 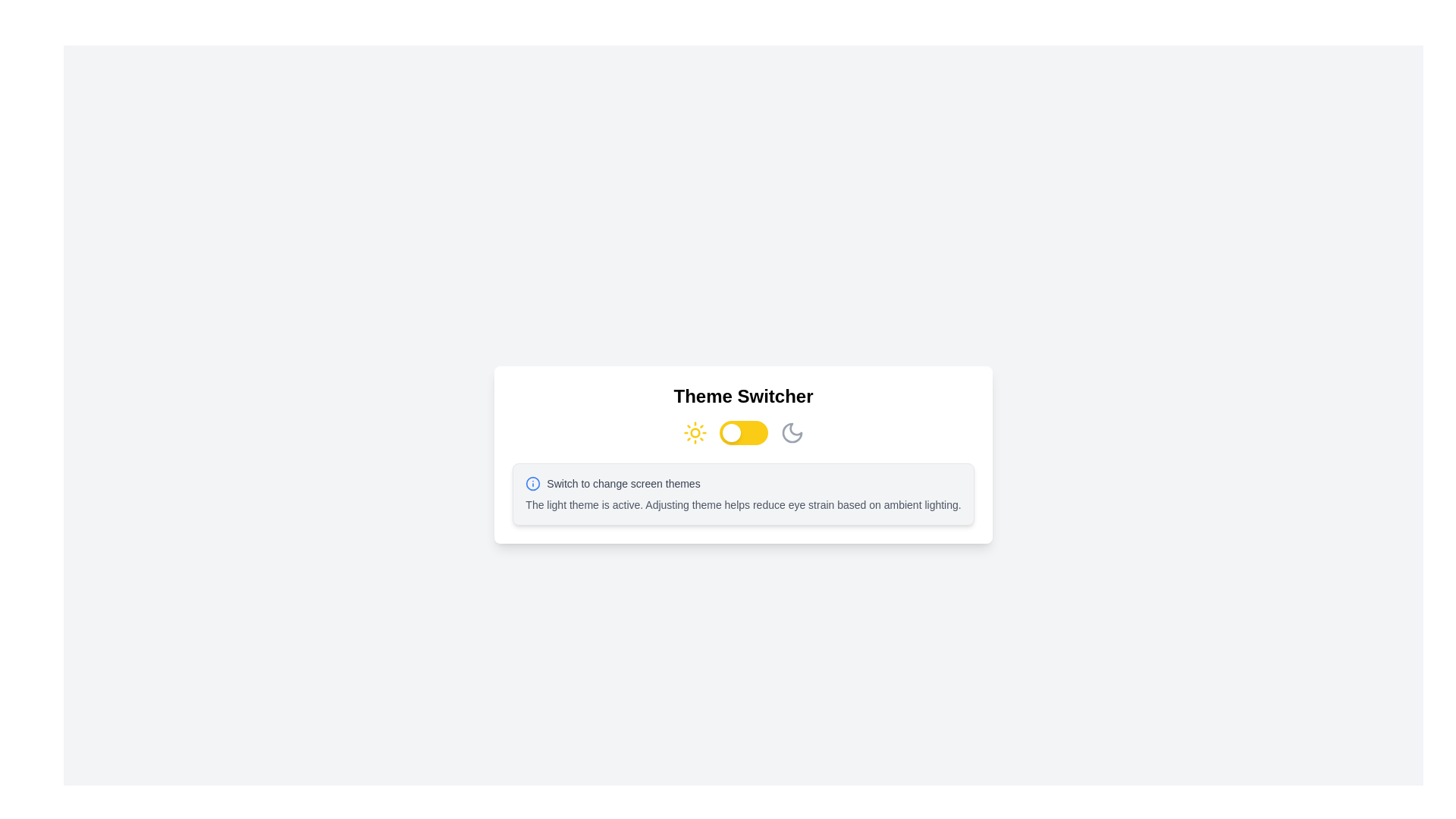 What do you see at coordinates (694, 432) in the screenshot?
I see `the SVG circle element that visually represents the light theme, located inside the sun icon to the left of the toggle switch in the header of the 'Theme Switcher' panel` at bounding box center [694, 432].